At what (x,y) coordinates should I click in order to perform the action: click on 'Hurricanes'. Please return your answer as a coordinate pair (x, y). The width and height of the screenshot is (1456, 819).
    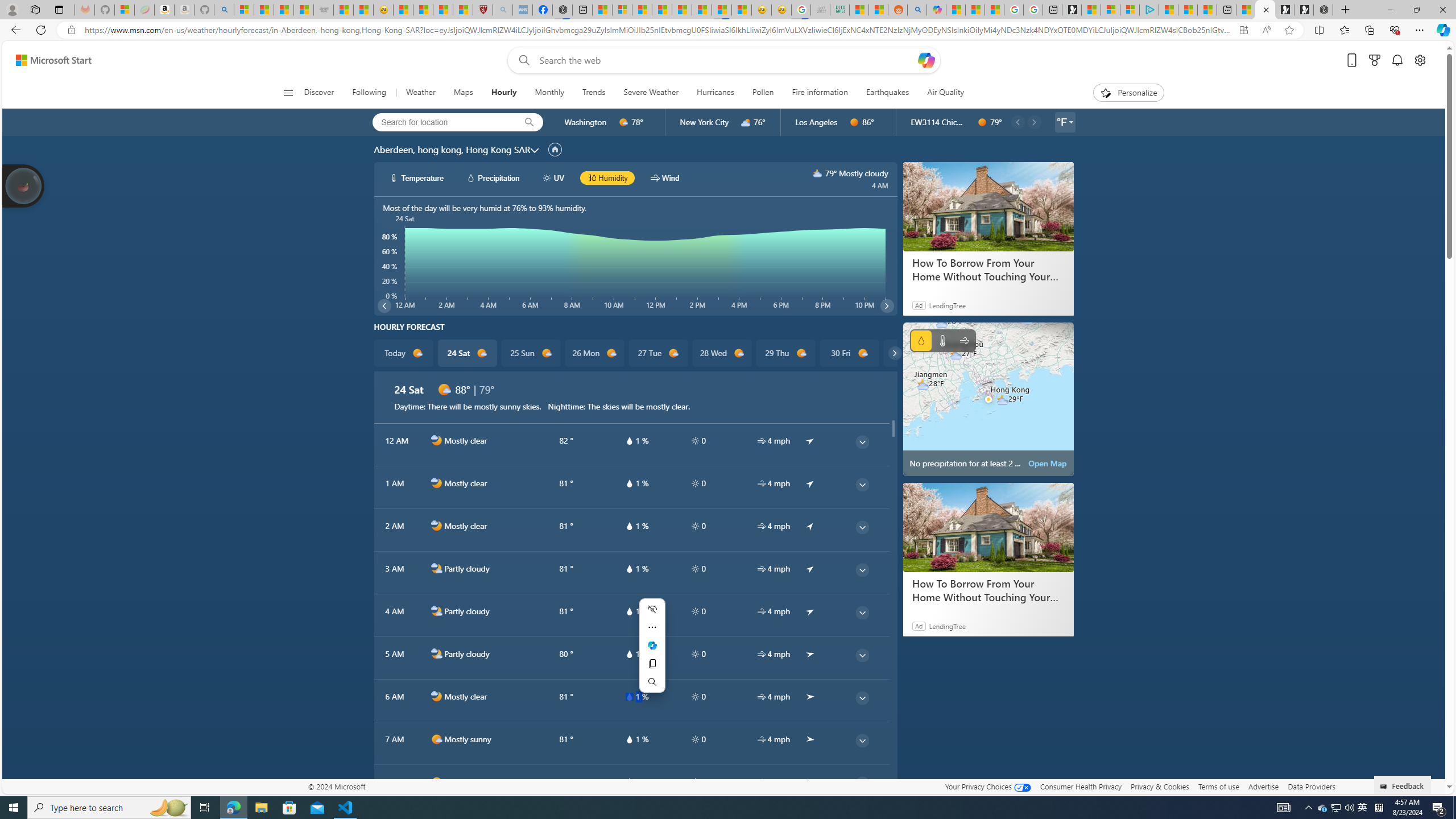
    Looking at the image, I should click on (715, 92).